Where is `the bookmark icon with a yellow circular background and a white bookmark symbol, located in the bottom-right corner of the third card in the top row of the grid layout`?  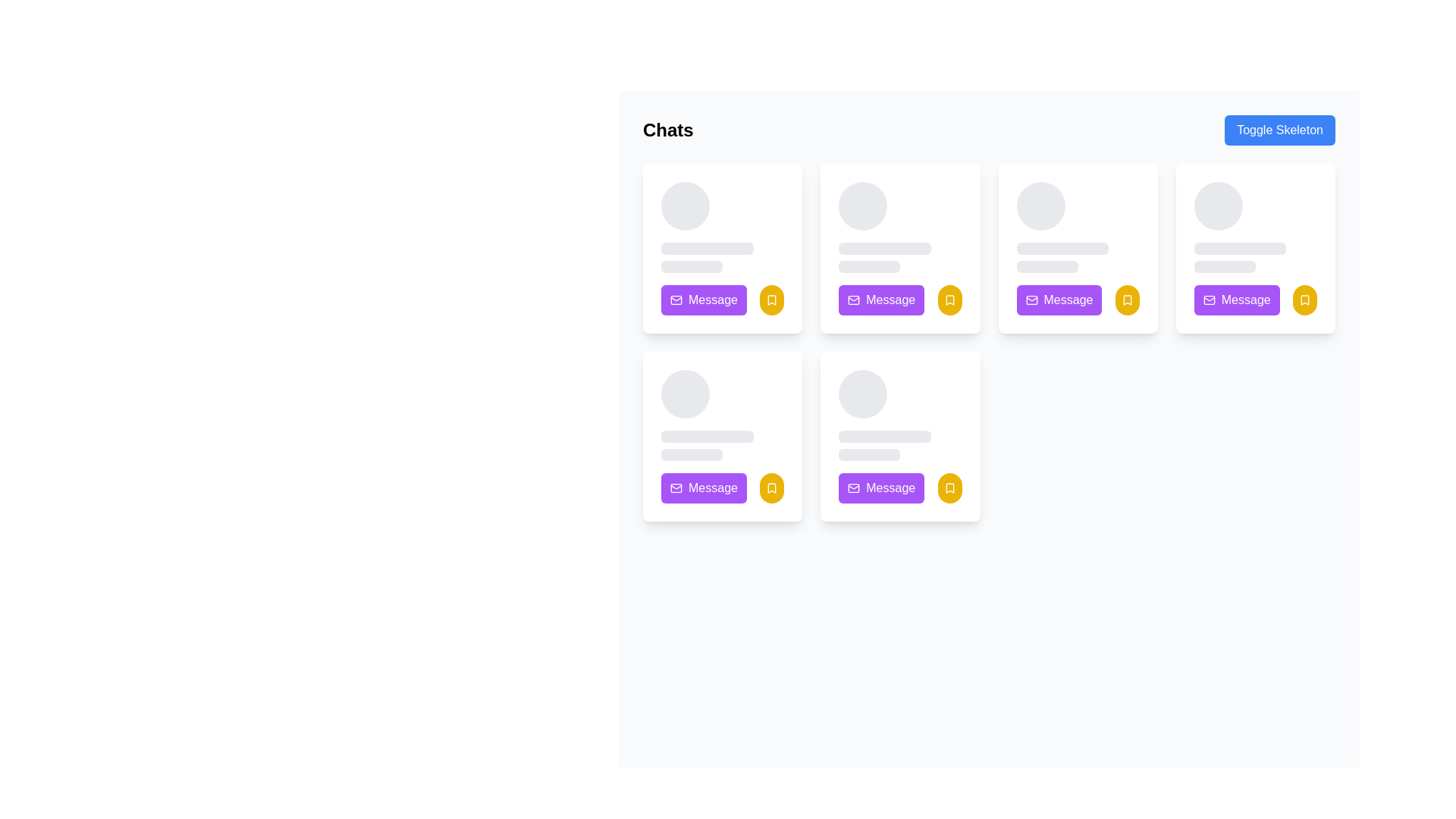
the bookmark icon with a yellow circular background and a white bookmark symbol, located in the bottom-right corner of the third card in the top row of the grid layout is located at coordinates (1127, 300).